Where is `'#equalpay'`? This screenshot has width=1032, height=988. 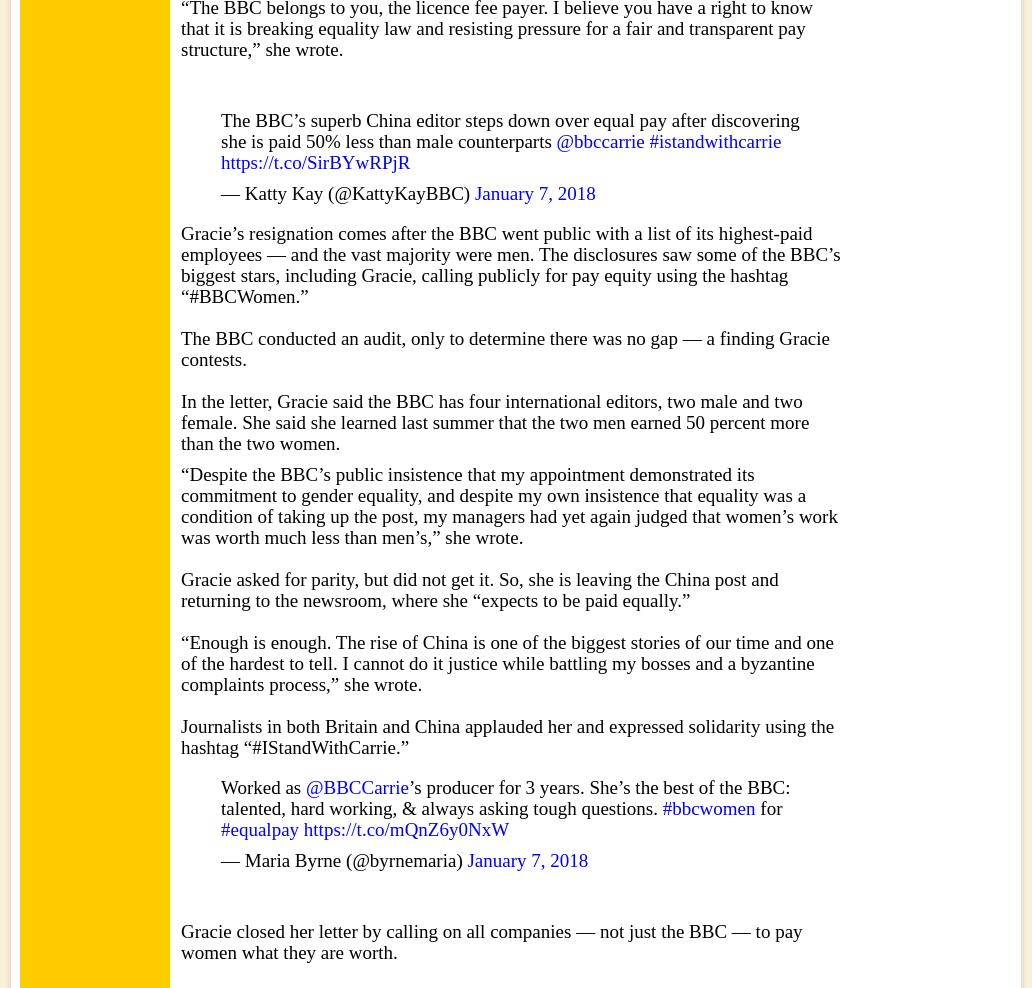
'#equalpay' is located at coordinates (259, 829).